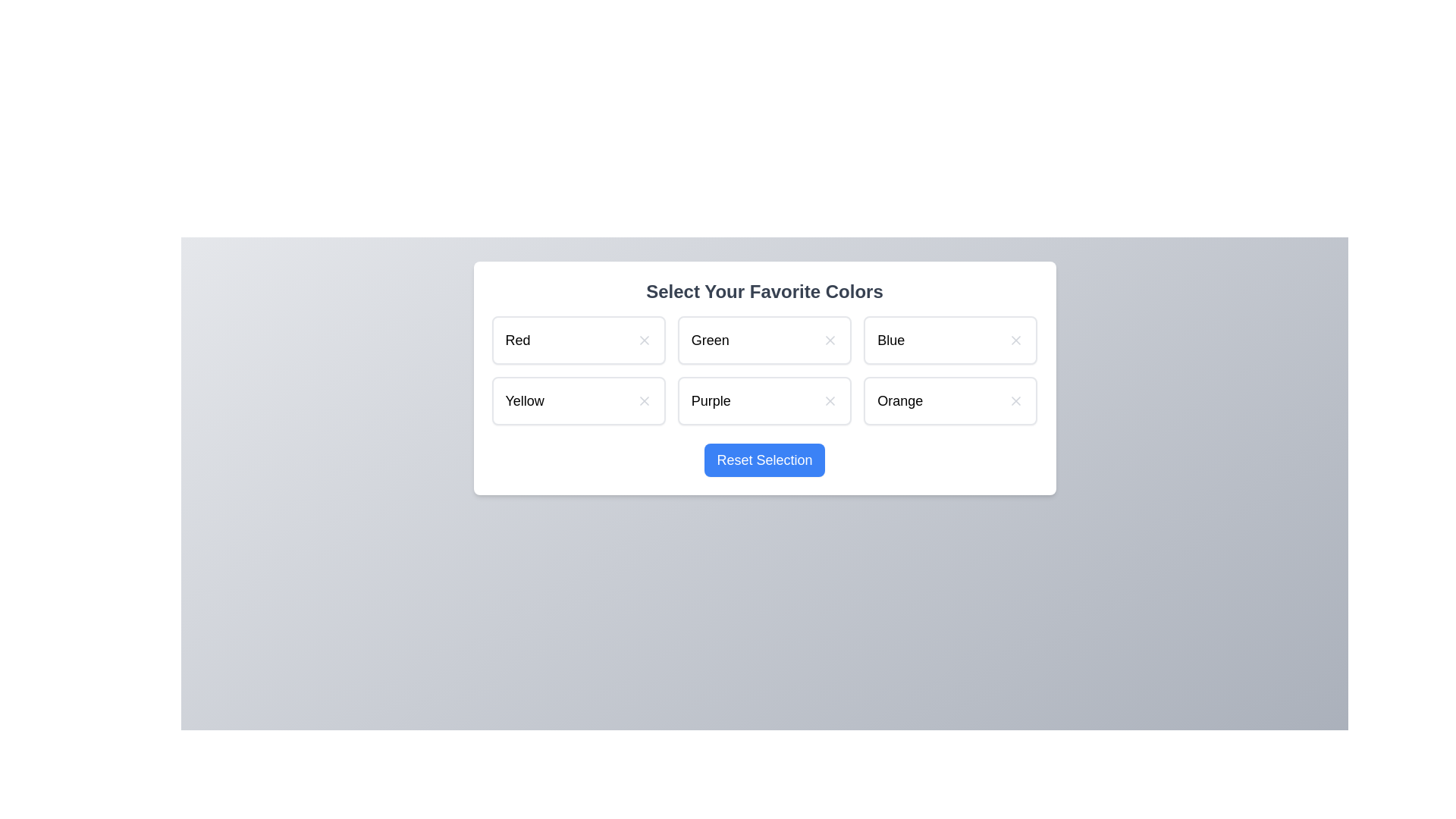 This screenshot has height=819, width=1456. Describe the element at coordinates (578, 339) in the screenshot. I see `the color item Red to observe its hover effect` at that location.